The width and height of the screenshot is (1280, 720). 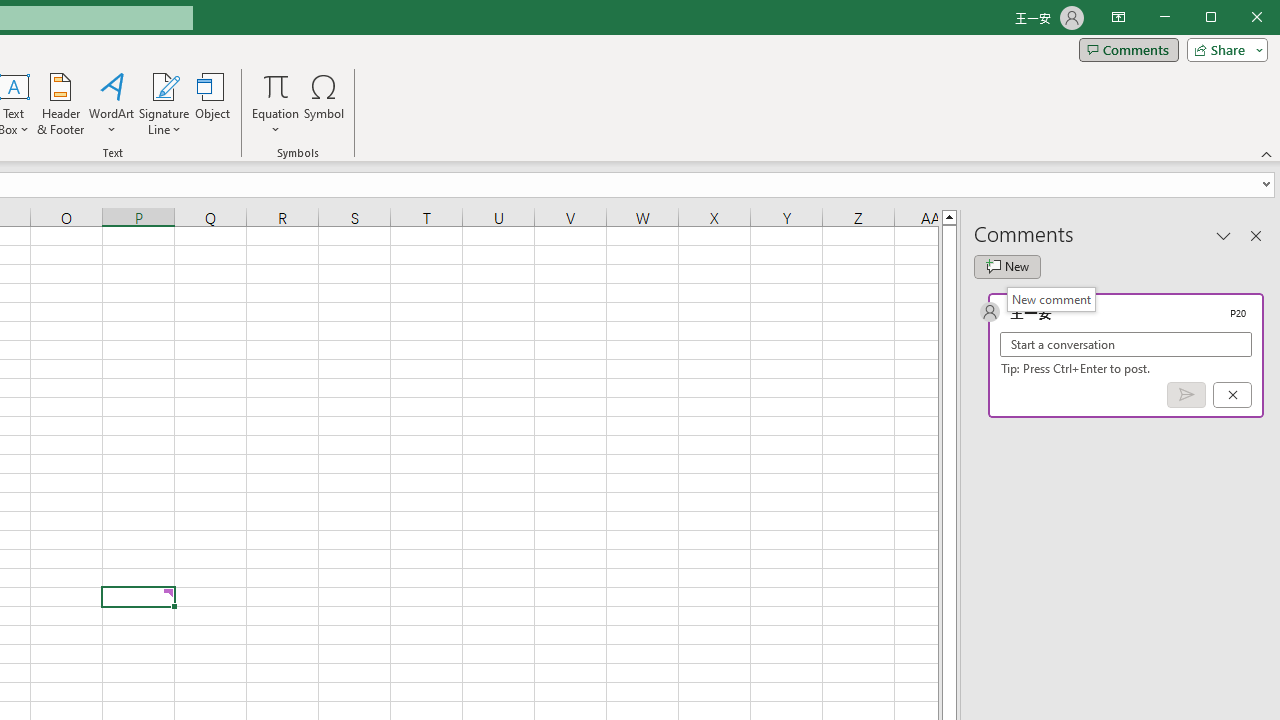 What do you see at coordinates (1223, 234) in the screenshot?
I see `'Task Pane Options'` at bounding box center [1223, 234].